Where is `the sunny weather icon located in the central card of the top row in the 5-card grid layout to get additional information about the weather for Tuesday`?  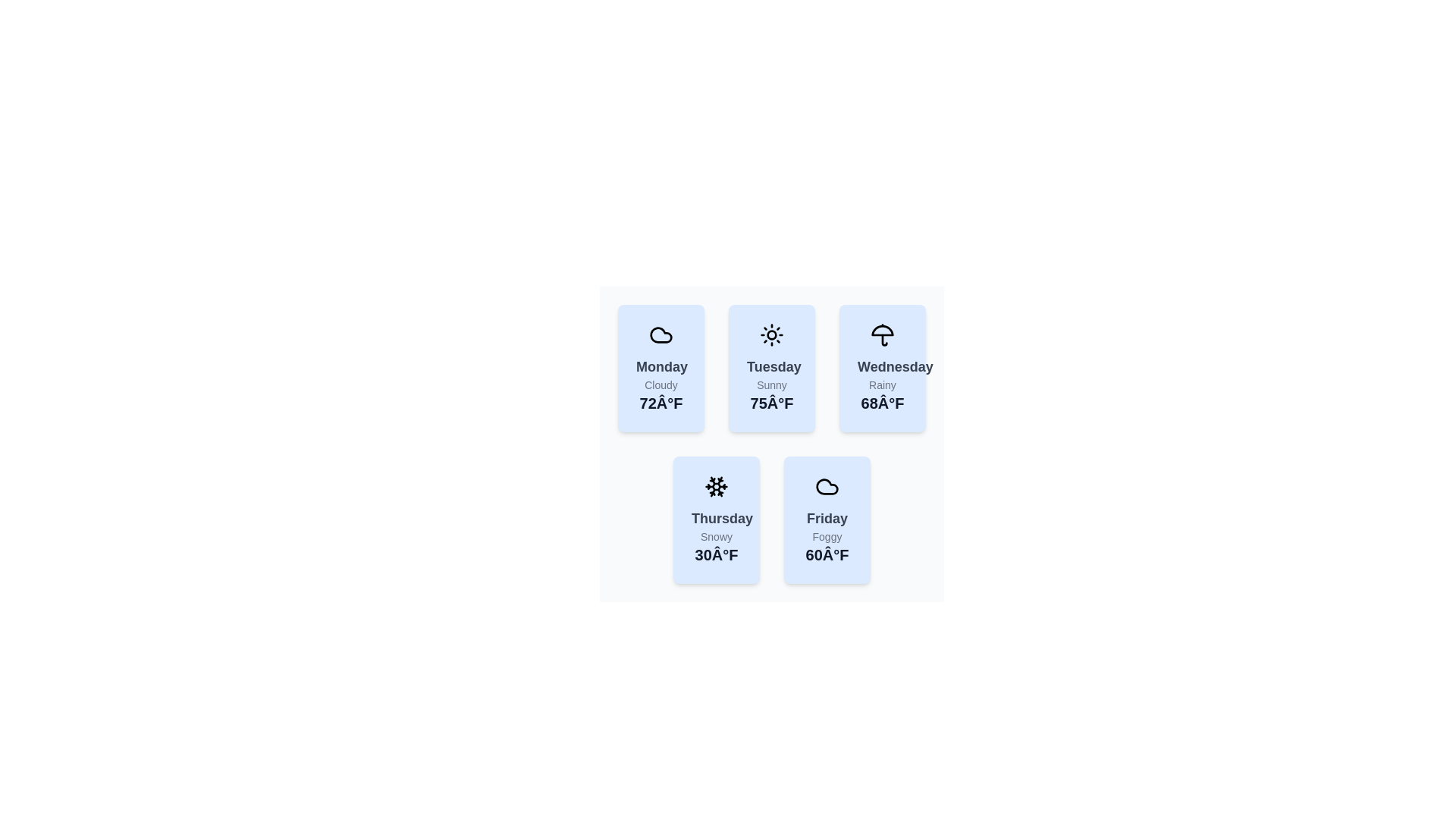 the sunny weather icon located in the central card of the top row in the 5-card grid layout to get additional information about the weather for Tuesday is located at coordinates (771, 334).